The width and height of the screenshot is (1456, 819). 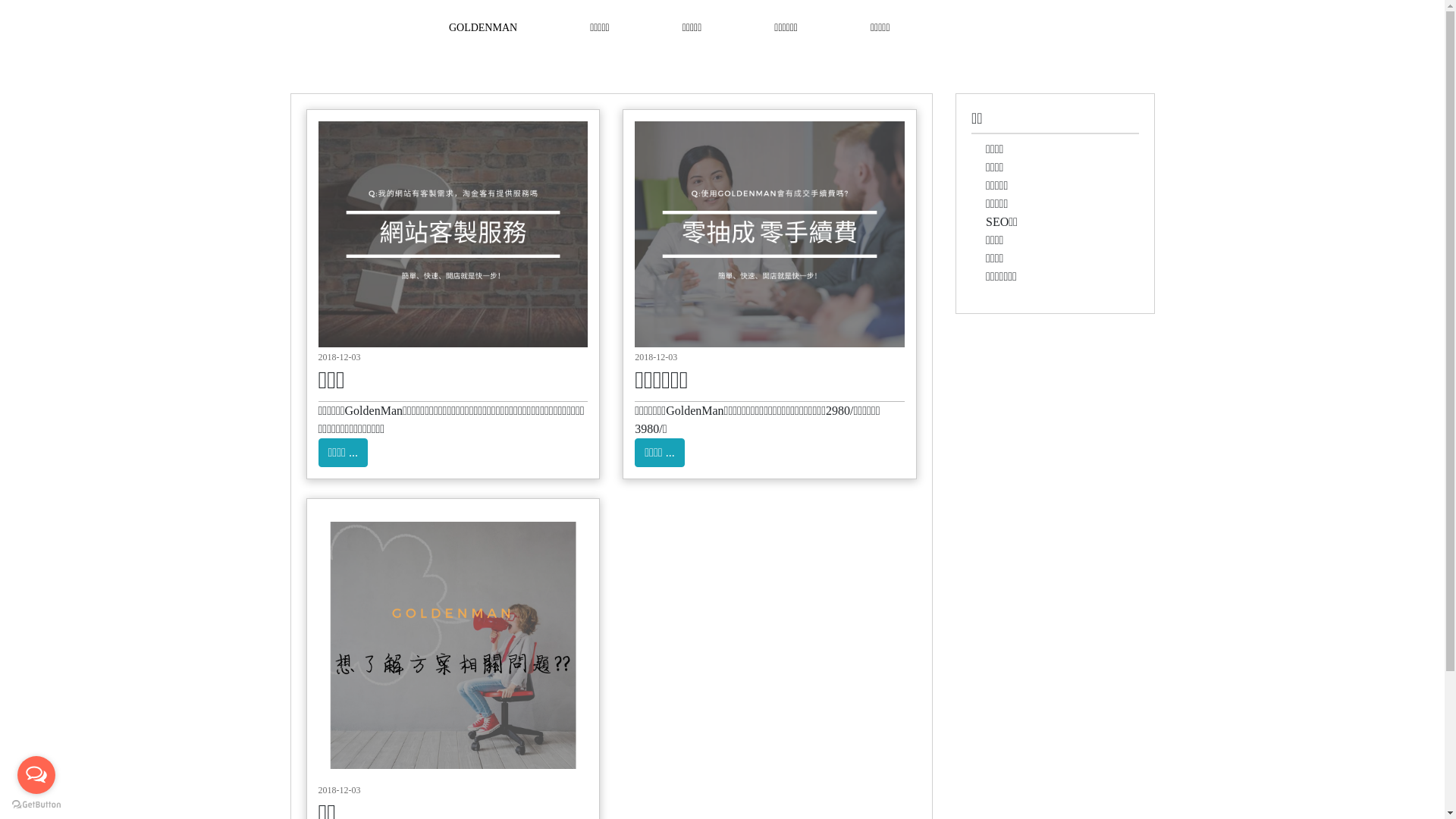 What do you see at coordinates (482, 27) in the screenshot?
I see `'GOLDENMAN'` at bounding box center [482, 27].